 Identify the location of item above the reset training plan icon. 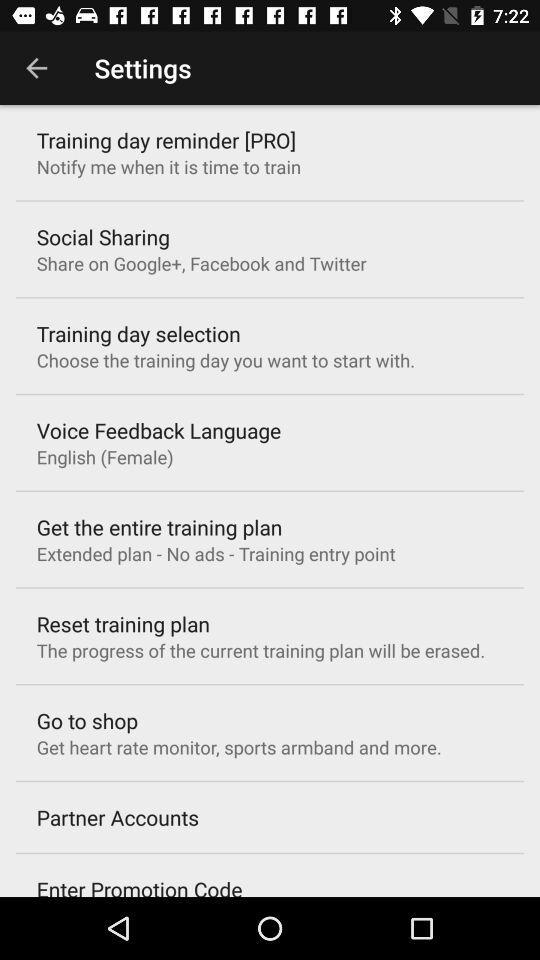
(215, 553).